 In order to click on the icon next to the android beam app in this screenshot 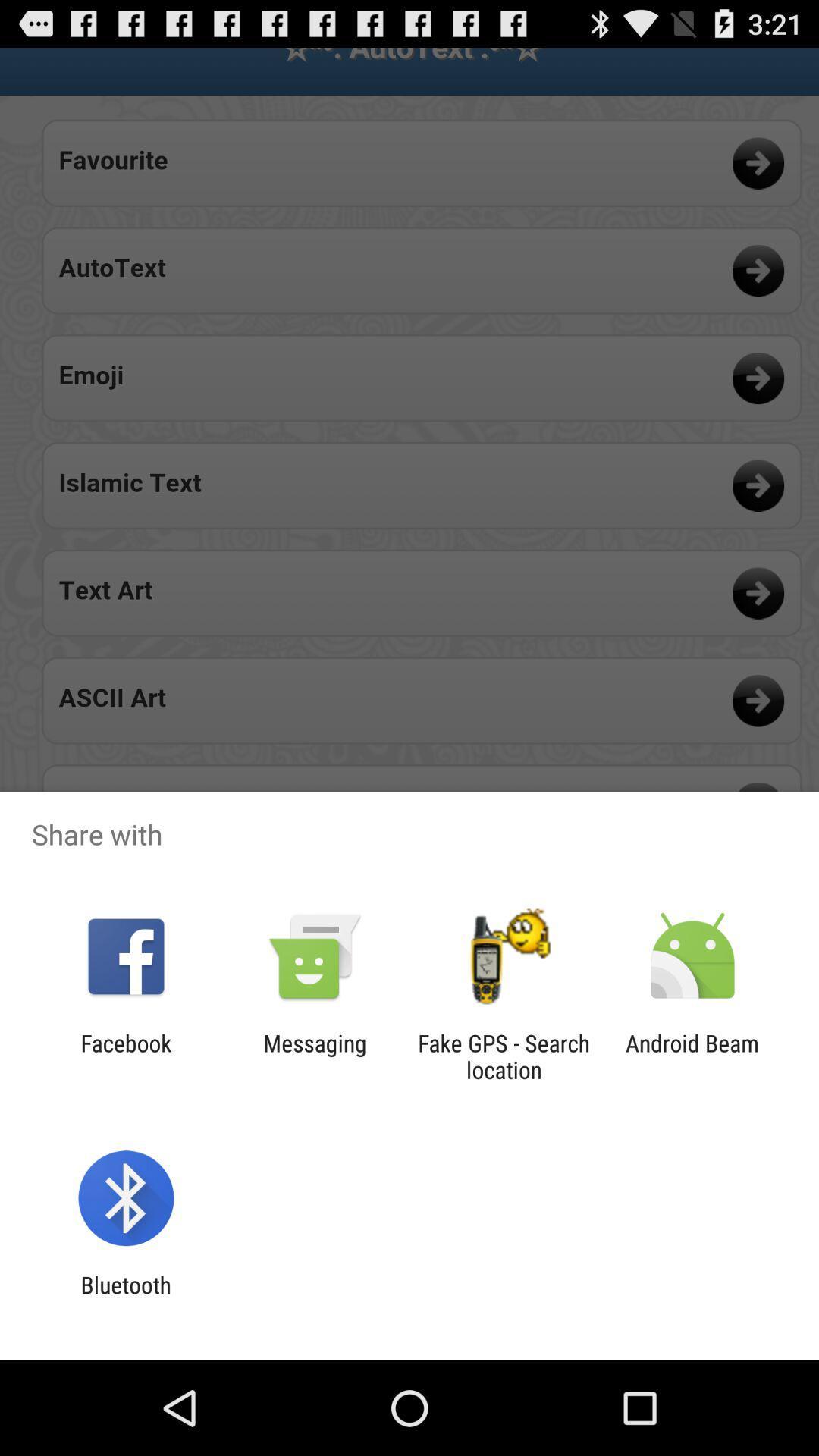, I will do `click(504, 1056)`.